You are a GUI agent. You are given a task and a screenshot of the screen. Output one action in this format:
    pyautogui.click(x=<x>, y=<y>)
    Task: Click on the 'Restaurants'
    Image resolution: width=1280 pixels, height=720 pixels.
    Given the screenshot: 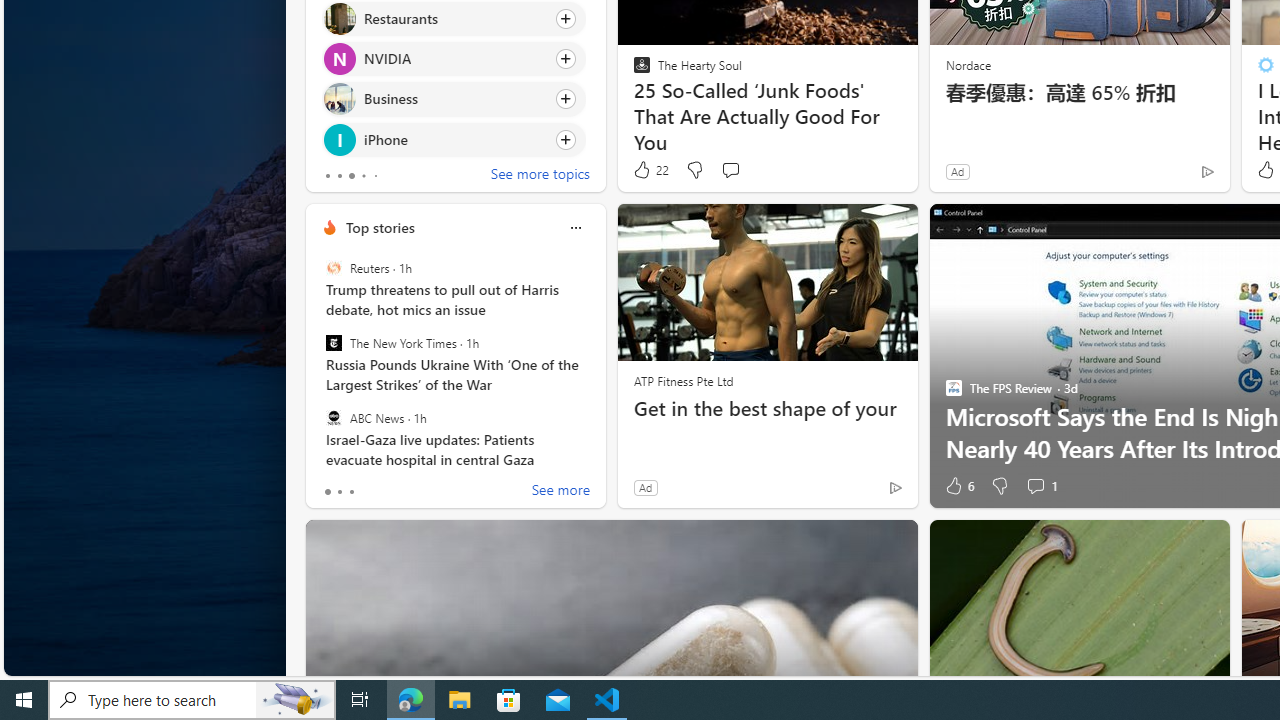 What is the action you would take?
    pyautogui.click(x=339, y=18)
    